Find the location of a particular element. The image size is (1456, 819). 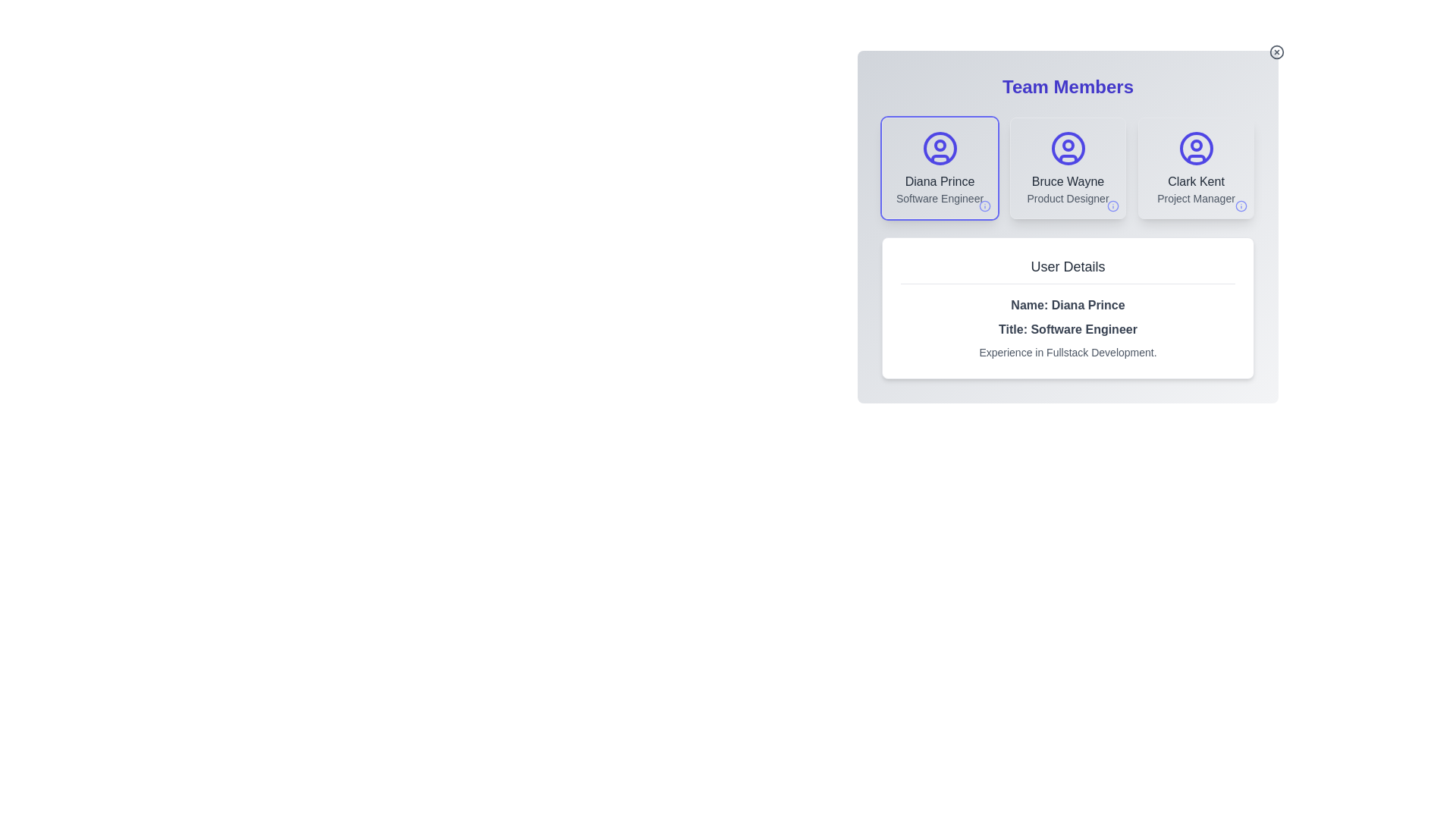

the third card in the 'Team Members' section, which features an indigo user icon, bold text 'Clark Kent', and subtext 'Project Manager' is located at coordinates (1195, 168).